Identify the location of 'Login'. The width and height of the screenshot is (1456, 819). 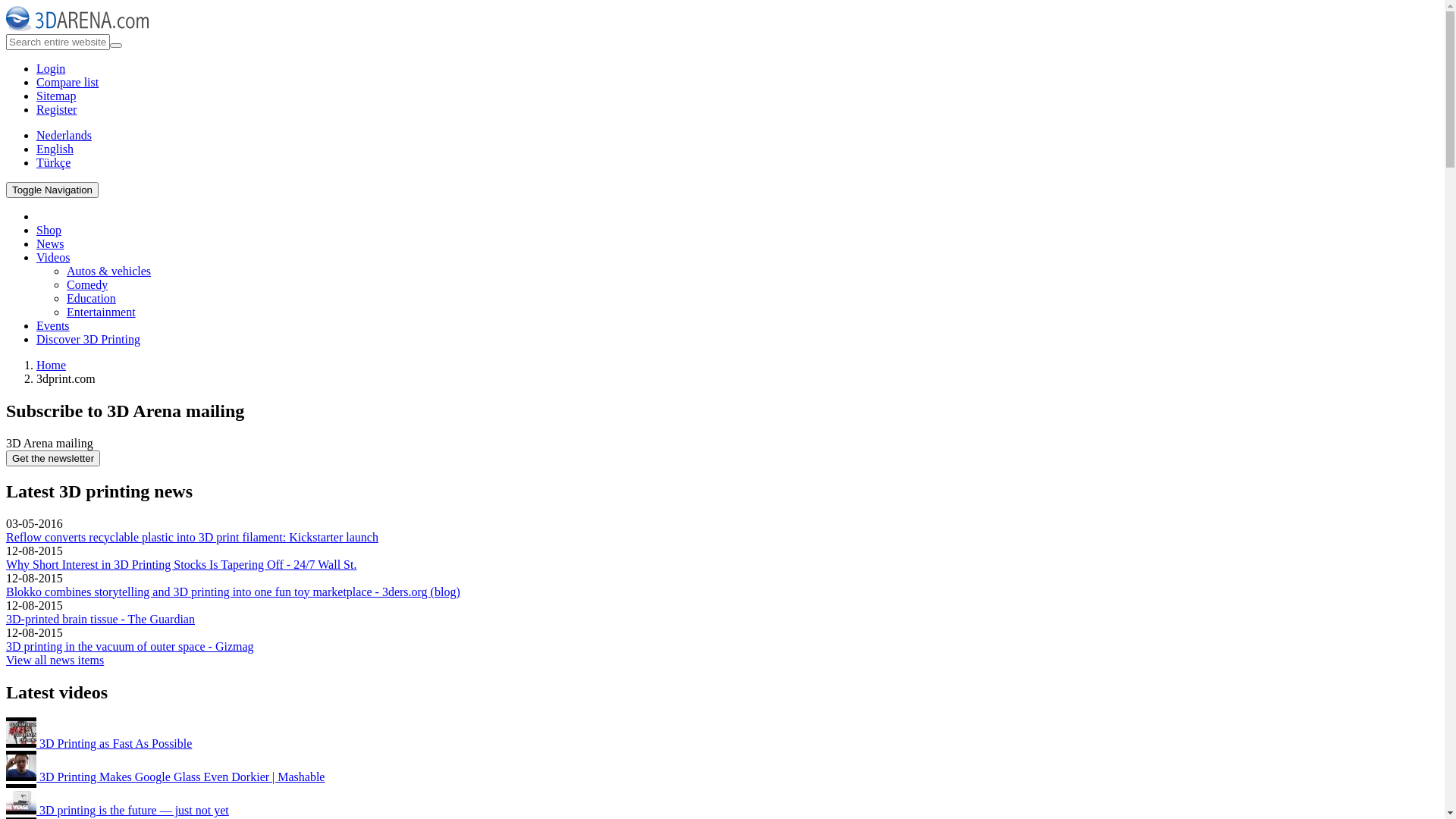
(36, 68).